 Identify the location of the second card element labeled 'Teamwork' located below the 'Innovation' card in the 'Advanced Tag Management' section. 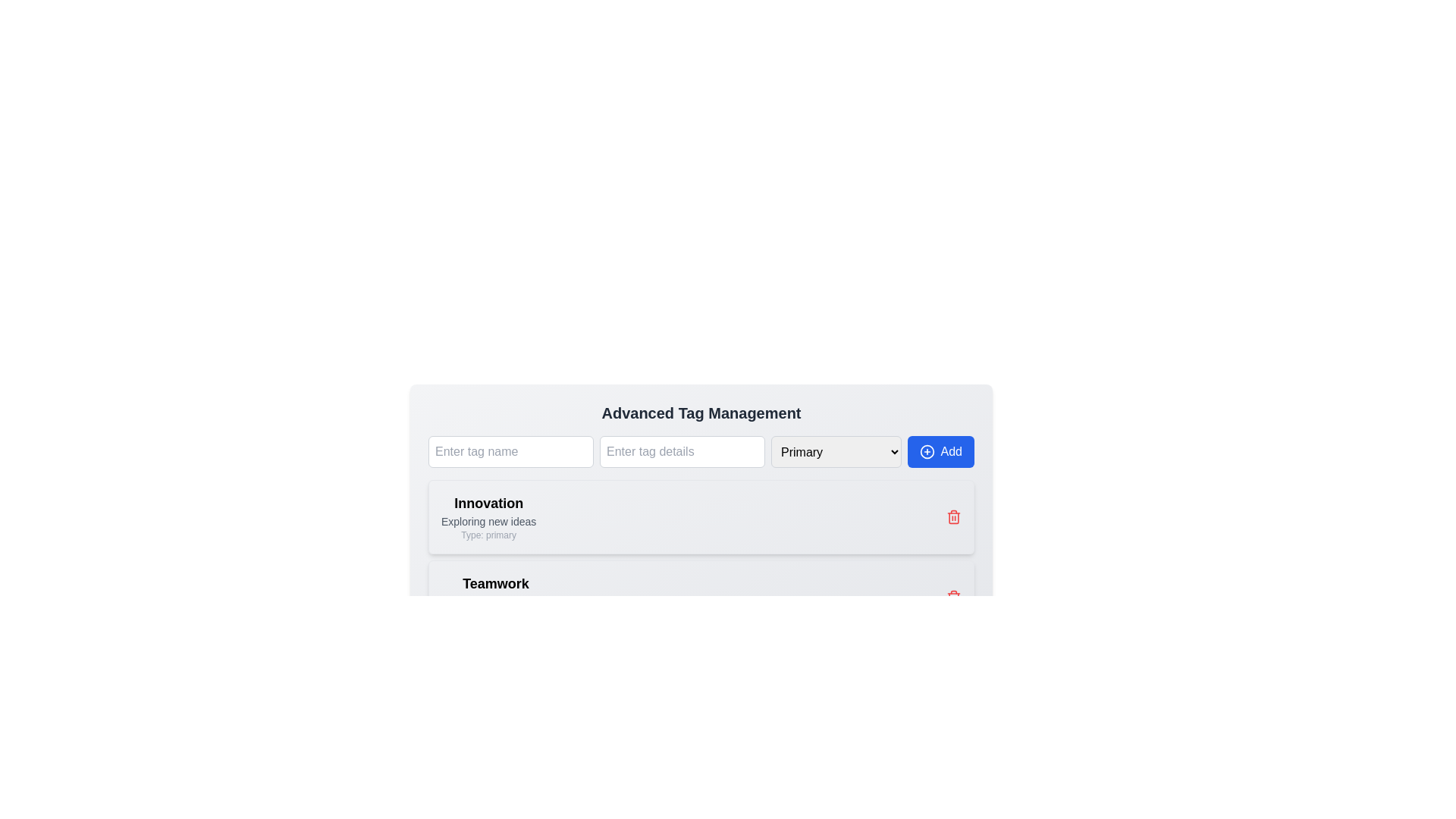
(701, 596).